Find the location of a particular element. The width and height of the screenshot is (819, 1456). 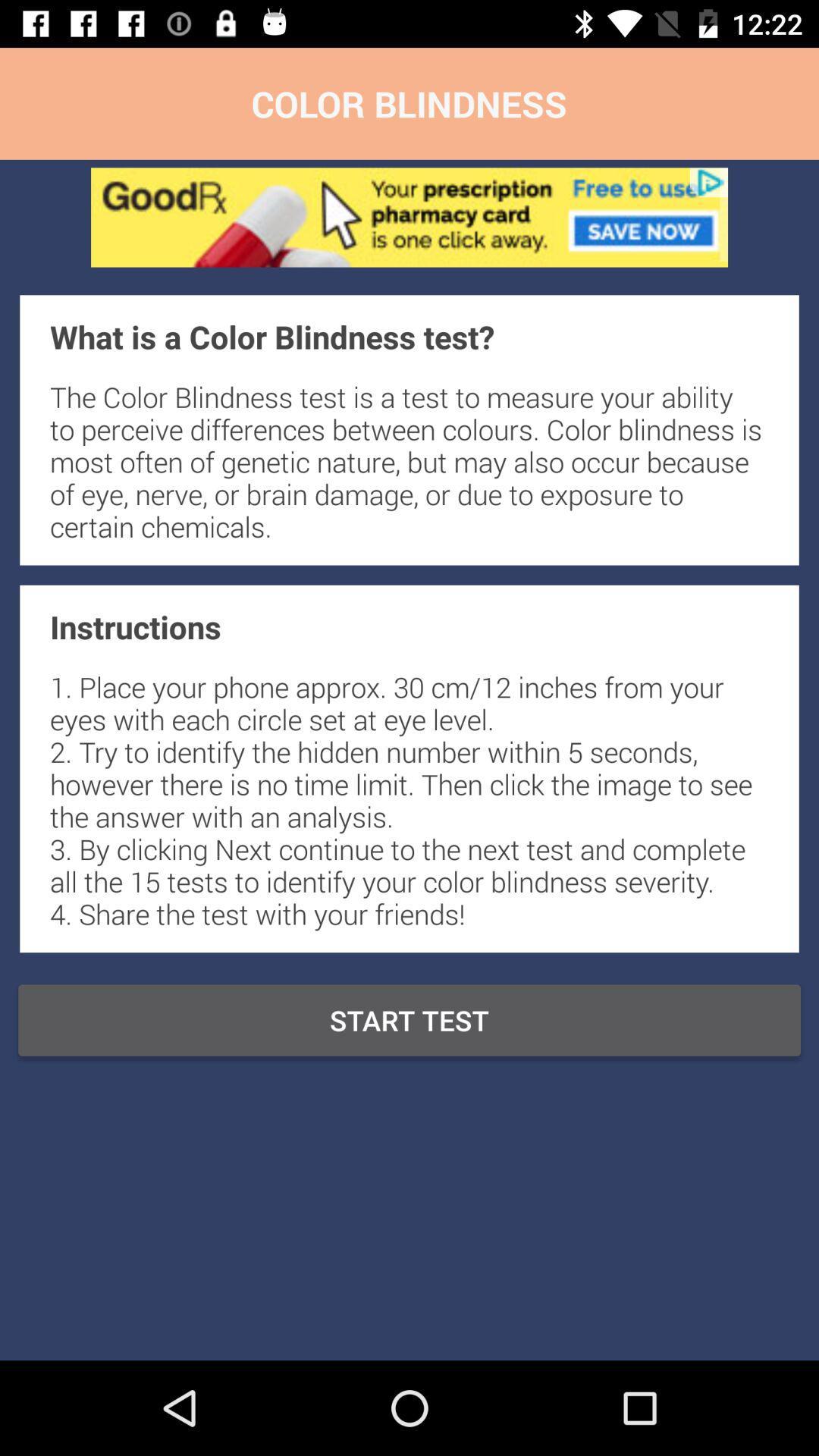

advertisement is located at coordinates (409, 216).